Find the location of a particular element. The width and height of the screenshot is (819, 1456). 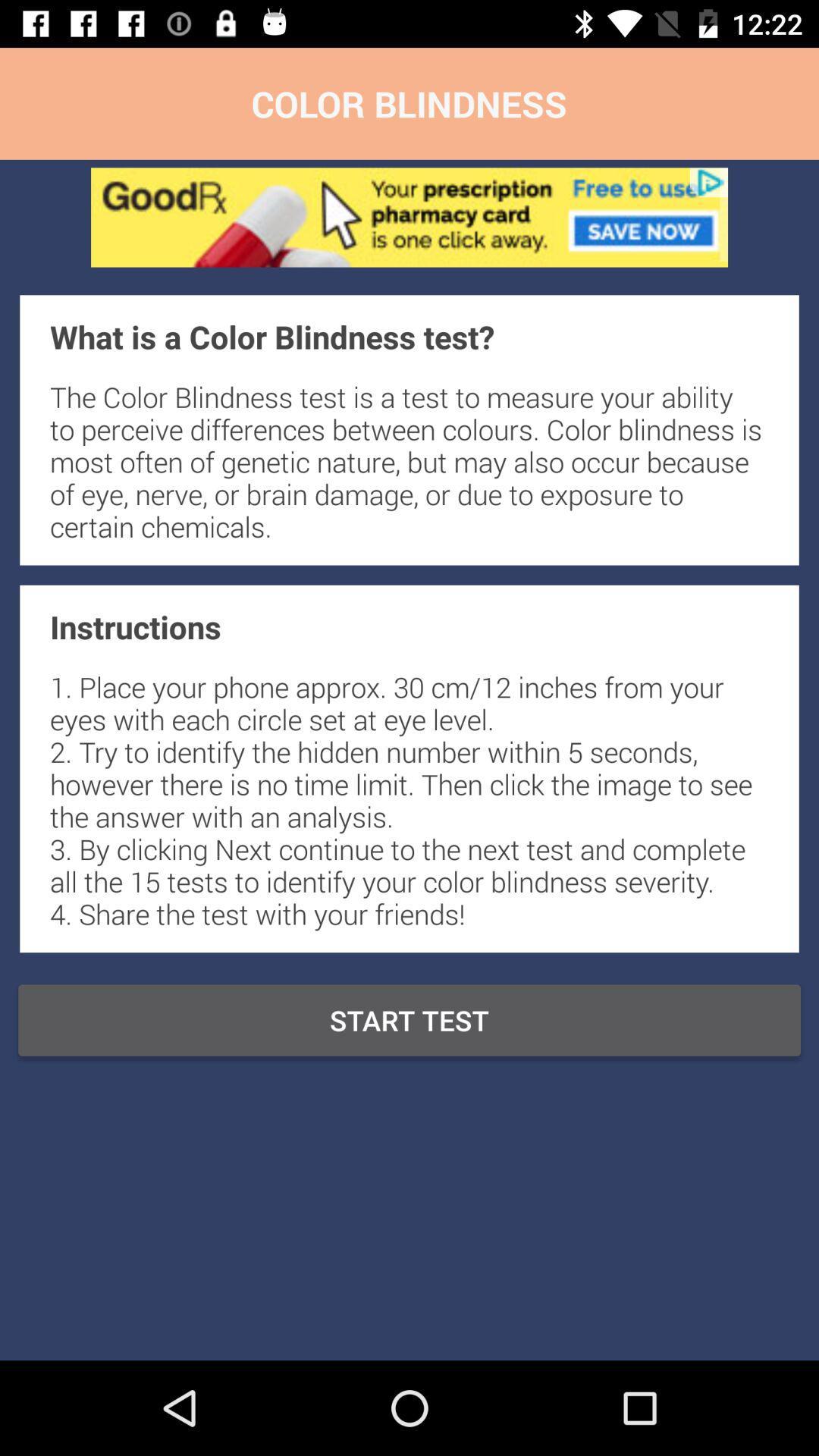

advertisement is located at coordinates (409, 216).